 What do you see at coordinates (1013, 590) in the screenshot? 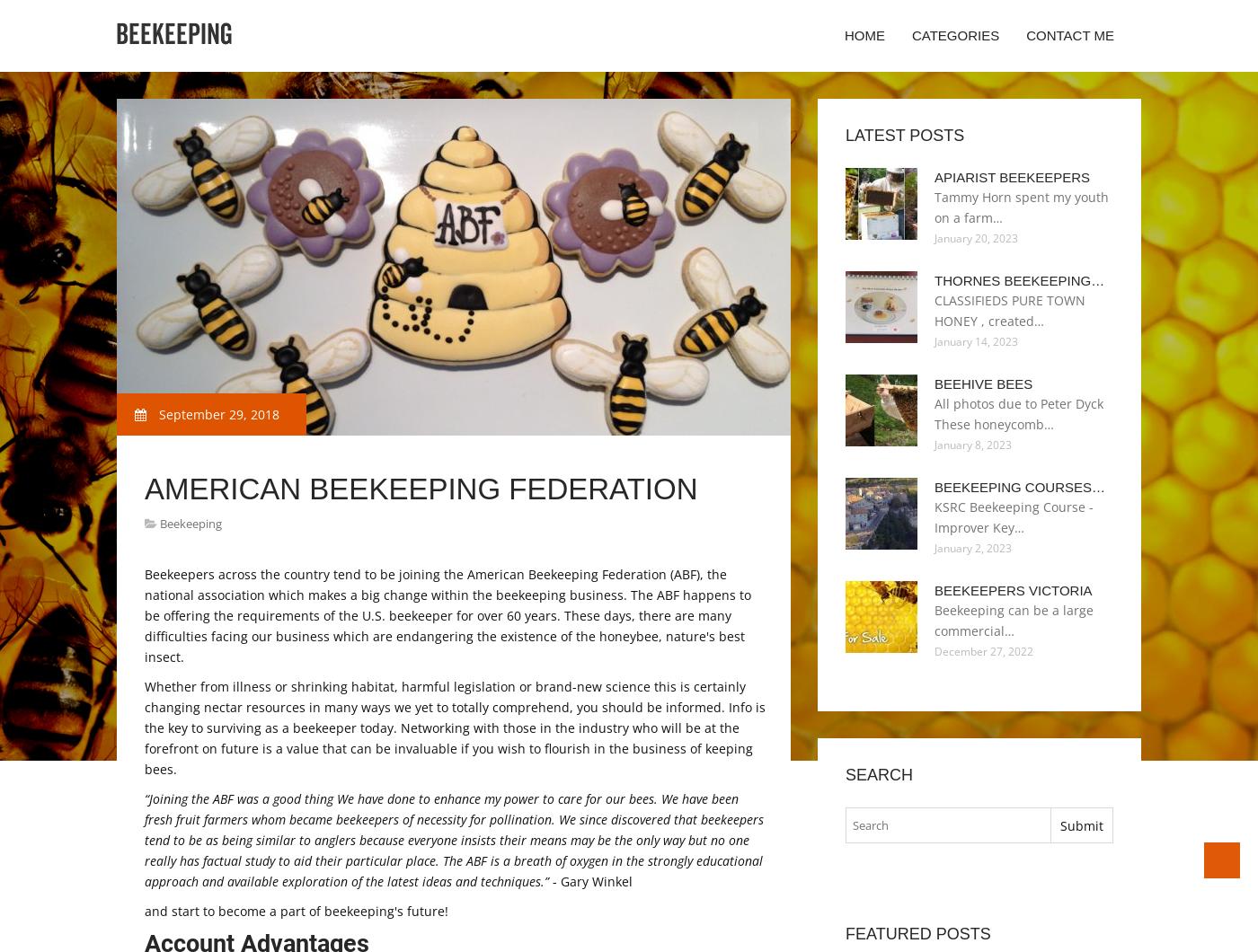
I see `'Beekeepers Victoria'` at bounding box center [1013, 590].